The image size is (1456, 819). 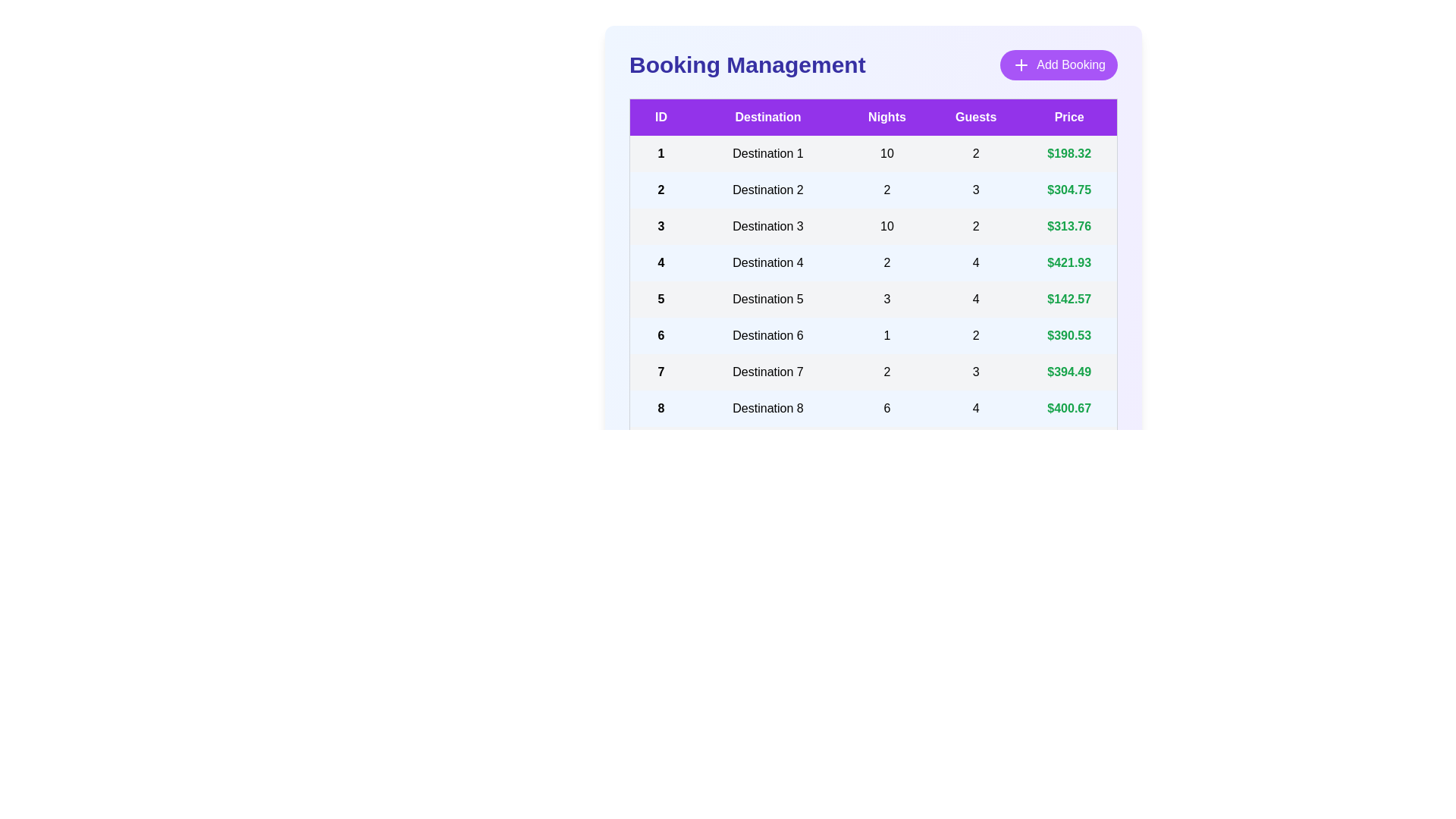 What do you see at coordinates (1068, 116) in the screenshot?
I see `the column header Price to sort the table by that column` at bounding box center [1068, 116].